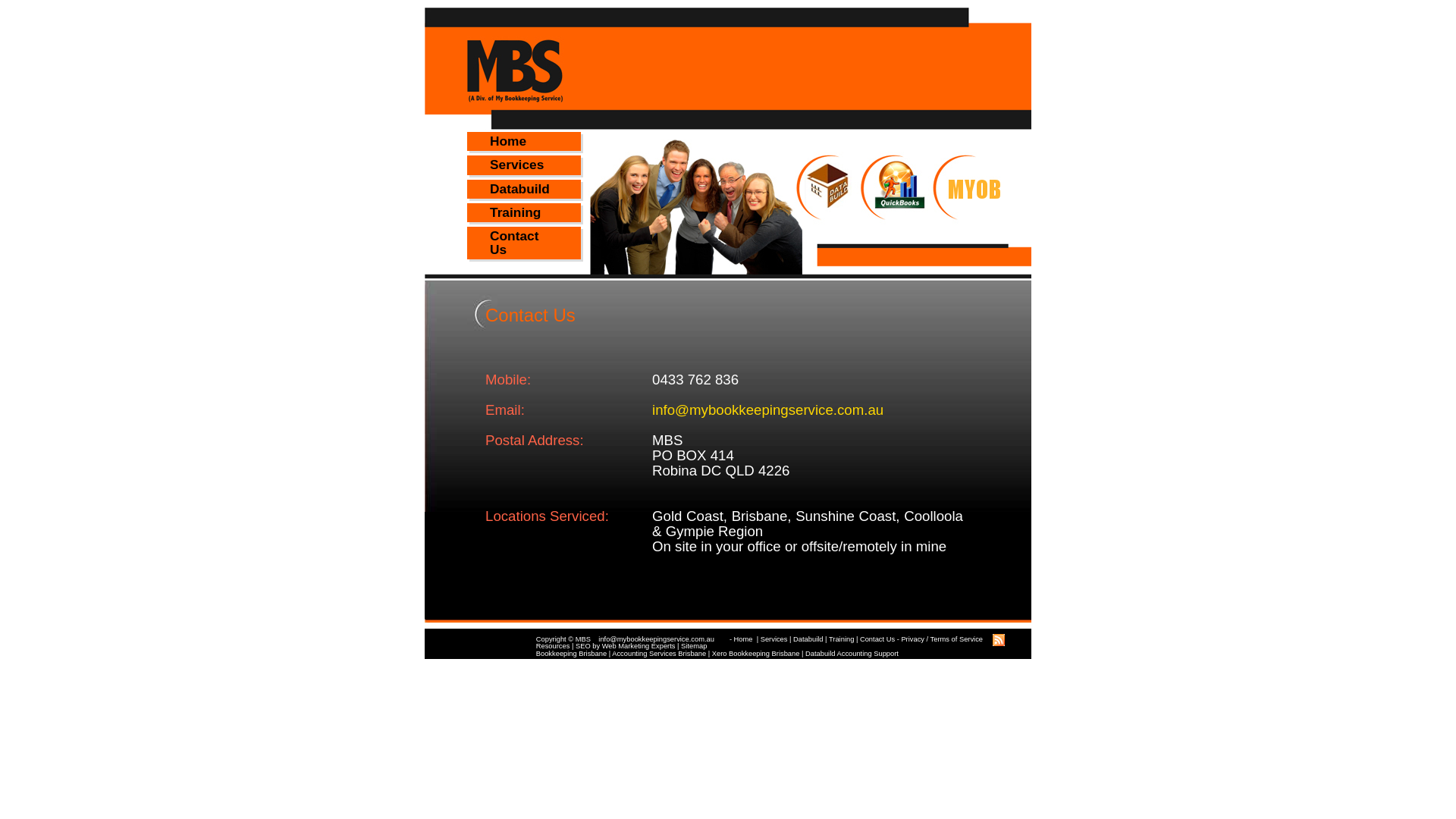 The height and width of the screenshot is (819, 1456). I want to click on 'Contact Us', so click(877, 639).